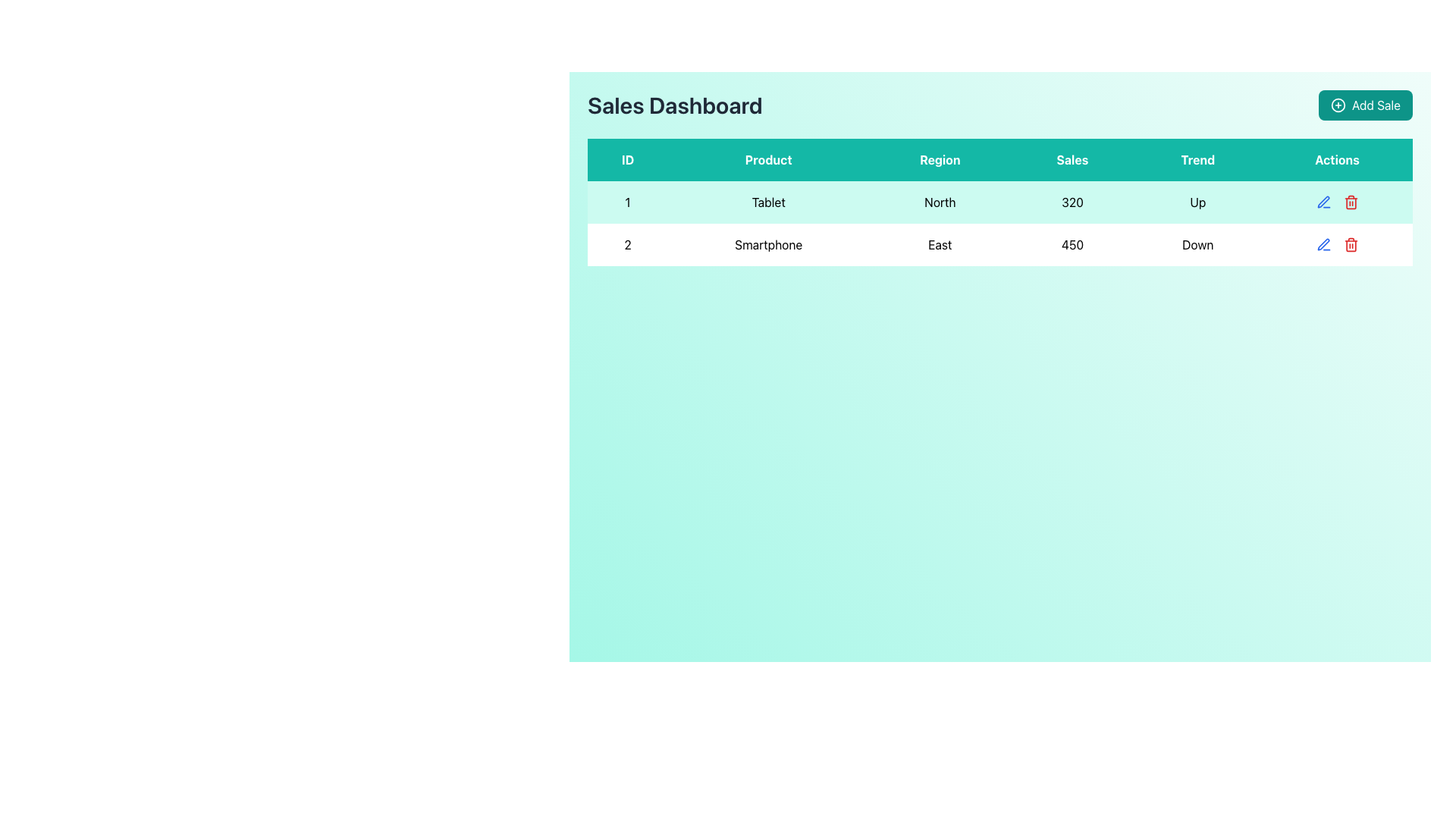 This screenshot has width=1456, height=819. Describe the element at coordinates (1072, 244) in the screenshot. I see `the table cell in the fourth column of the second row under the 'Sales' column header` at that location.